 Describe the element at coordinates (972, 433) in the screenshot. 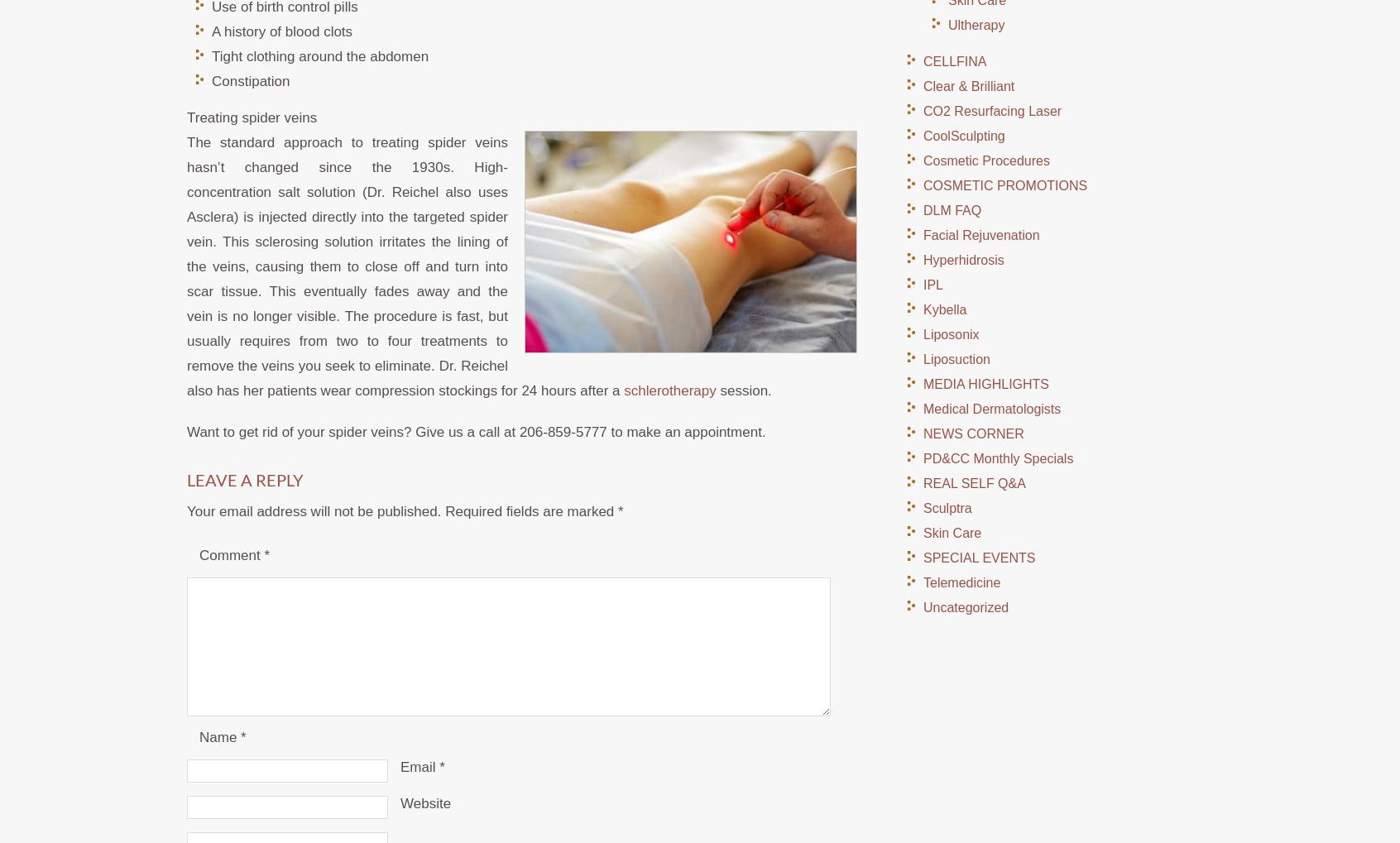

I see `'NEWS CORNER'` at that location.